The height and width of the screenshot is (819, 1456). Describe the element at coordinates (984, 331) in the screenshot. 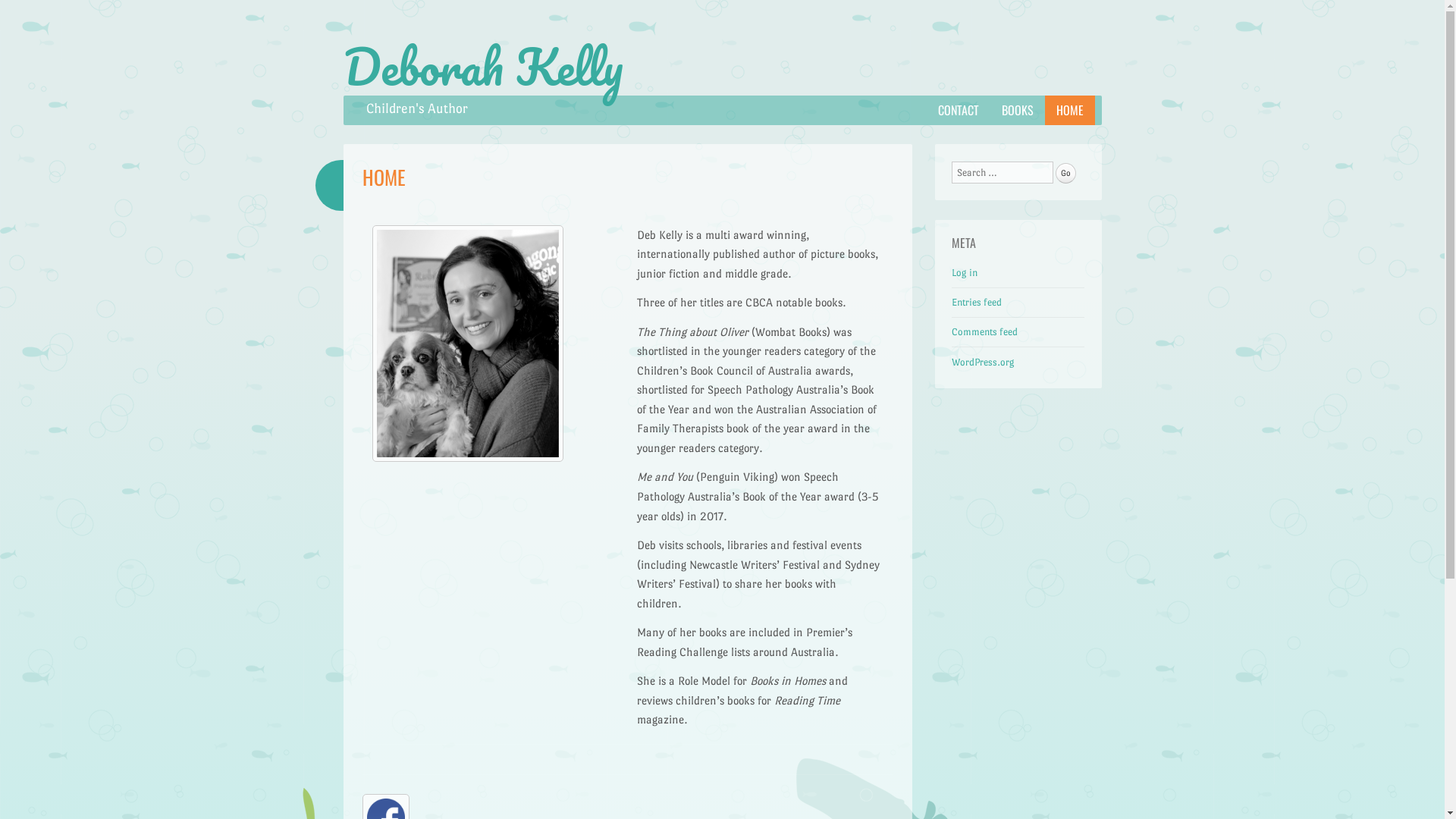

I see `'Comments feed'` at that location.